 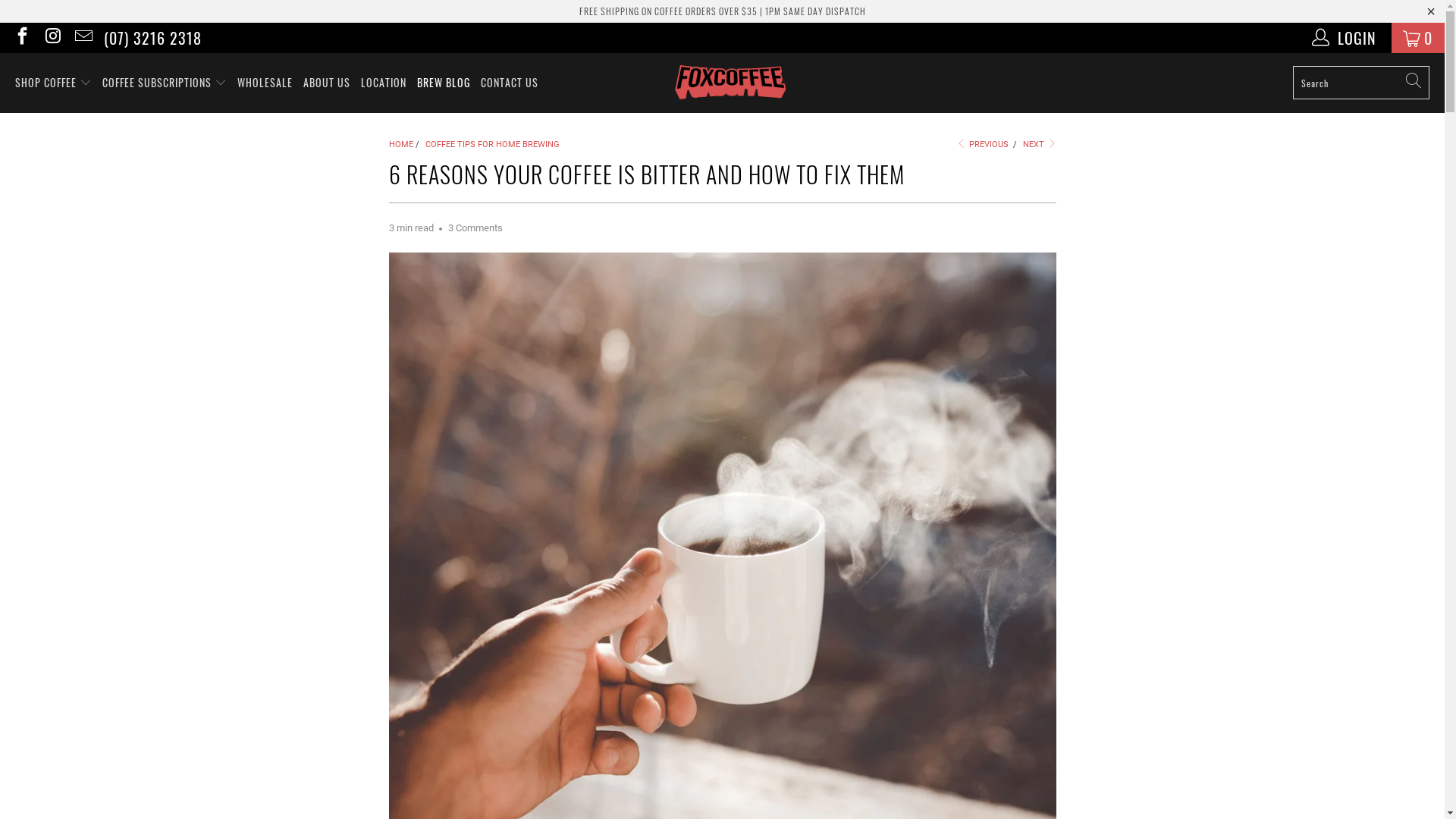 I want to click on 'LOGIN', so click(x=1345, y=37).